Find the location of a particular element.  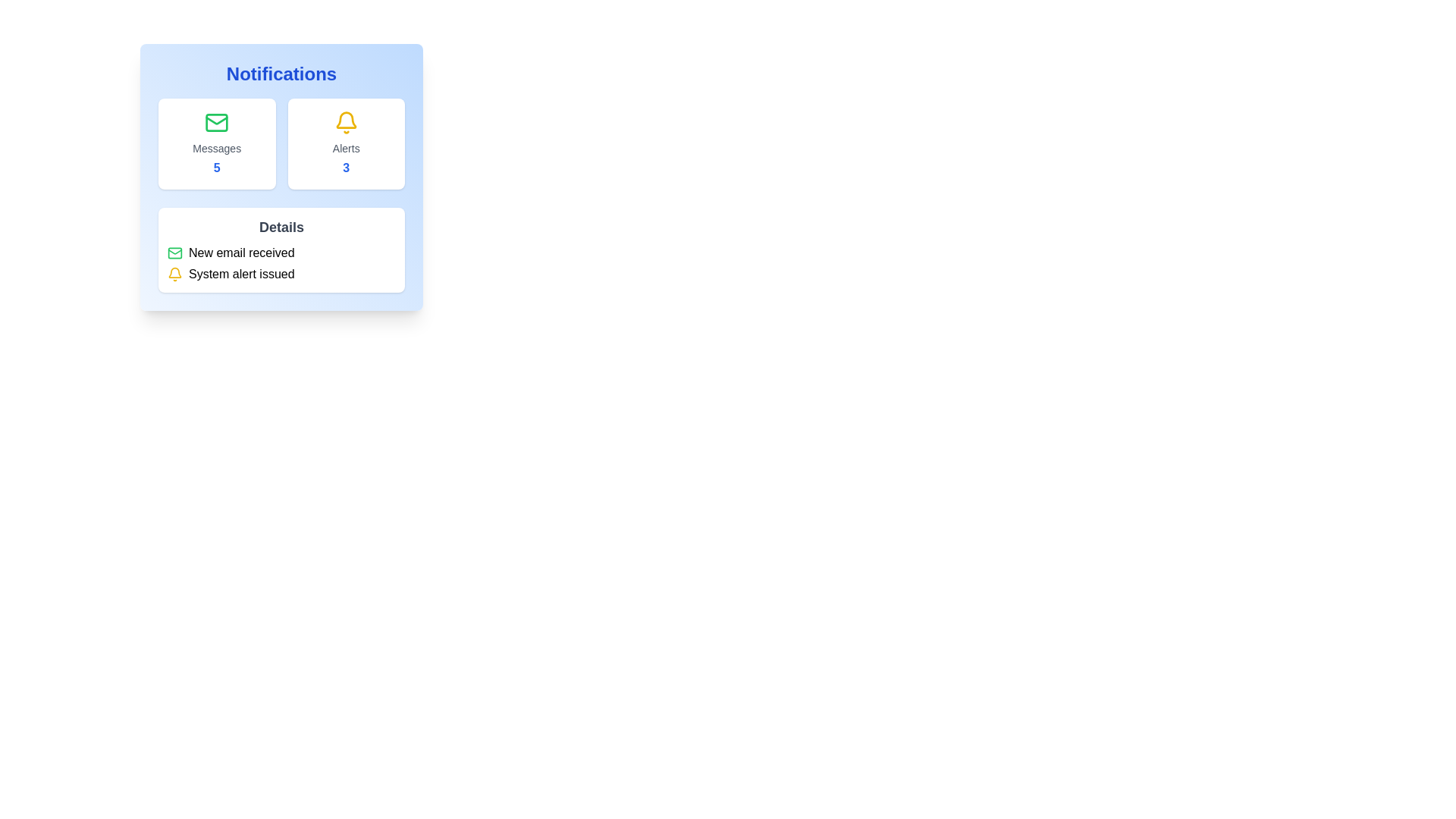

the Information display section that contains the title 'Details' and two rows of text with icons indicating 'New email received' and 'System alert issued' is located at coordinates (281, 249).